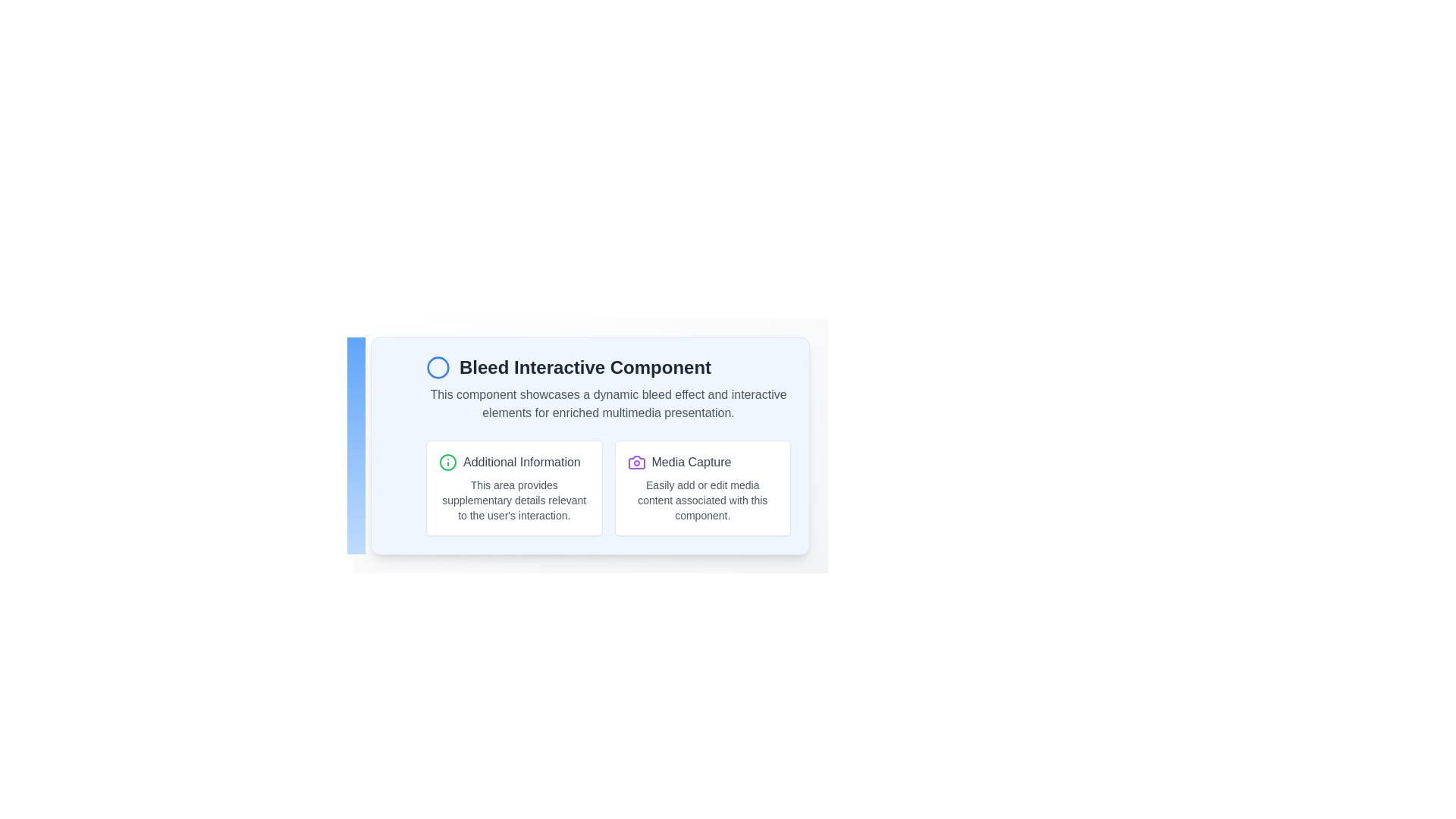  What do you see at coordinates (701, 461) in the screenshot?
I see `the displayed information on the 'Media Capture' label with a purple camera icon, located under the header 'Bleed Interactive Component'` at bounding box center [701, 461].